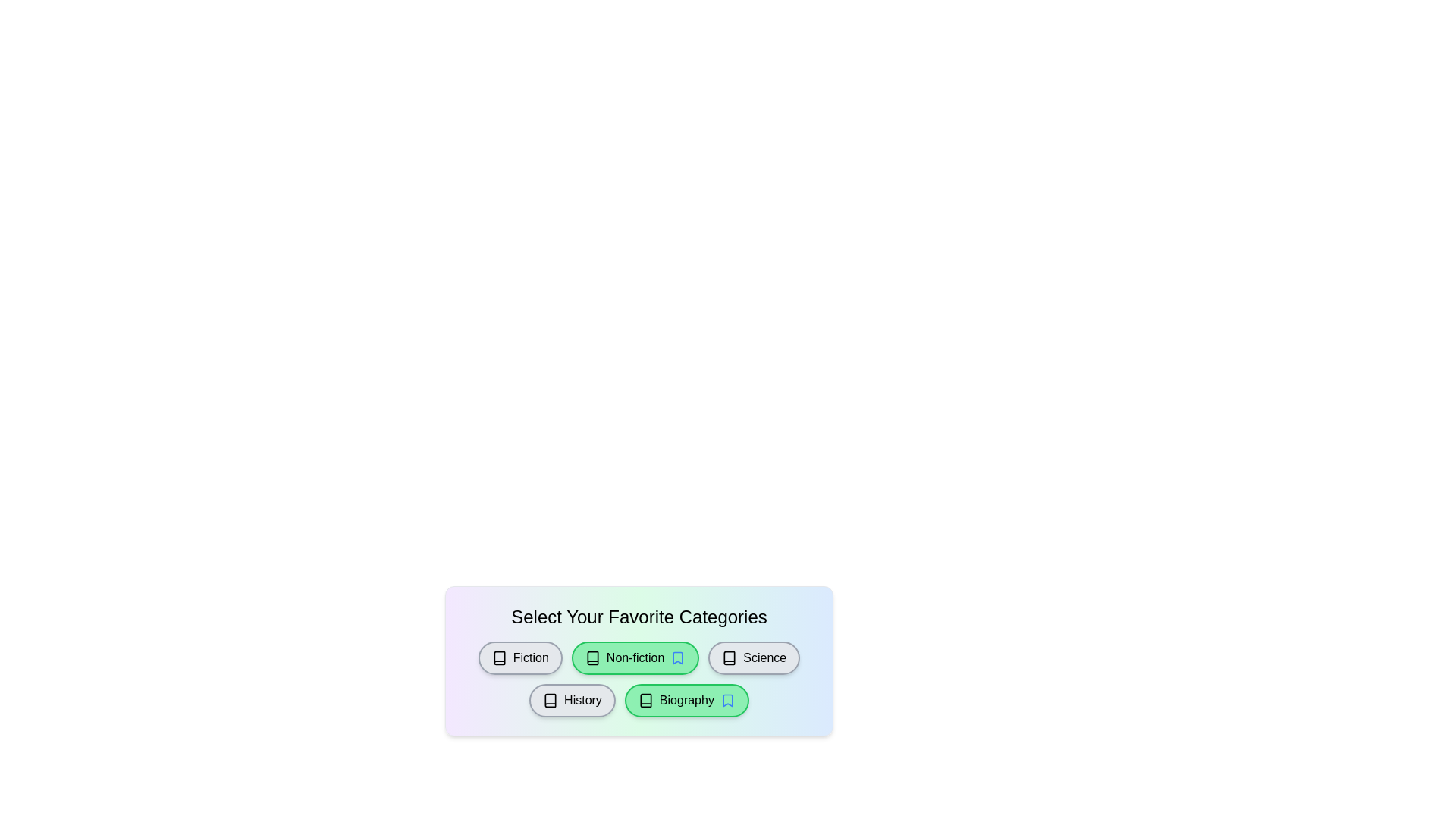  What do you see at coordinates (570, 701) in the screenshot?
I see `the category History` at bounding box center [570, 701].